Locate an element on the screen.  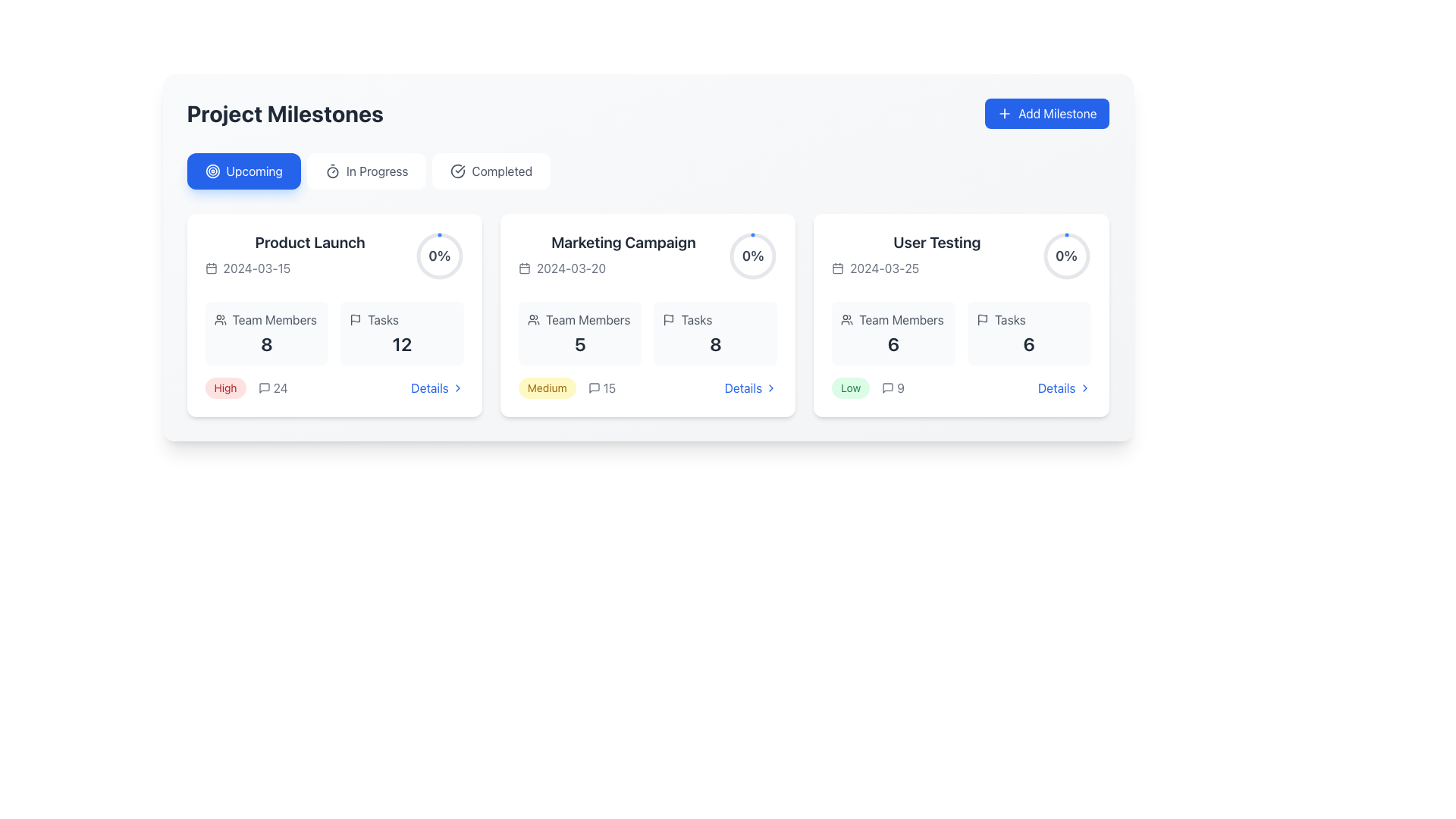
the blue plus sign icon located to the left of the 'Add Milestone' text on the button in the top-right corner is located at coordinates (1004, 113).